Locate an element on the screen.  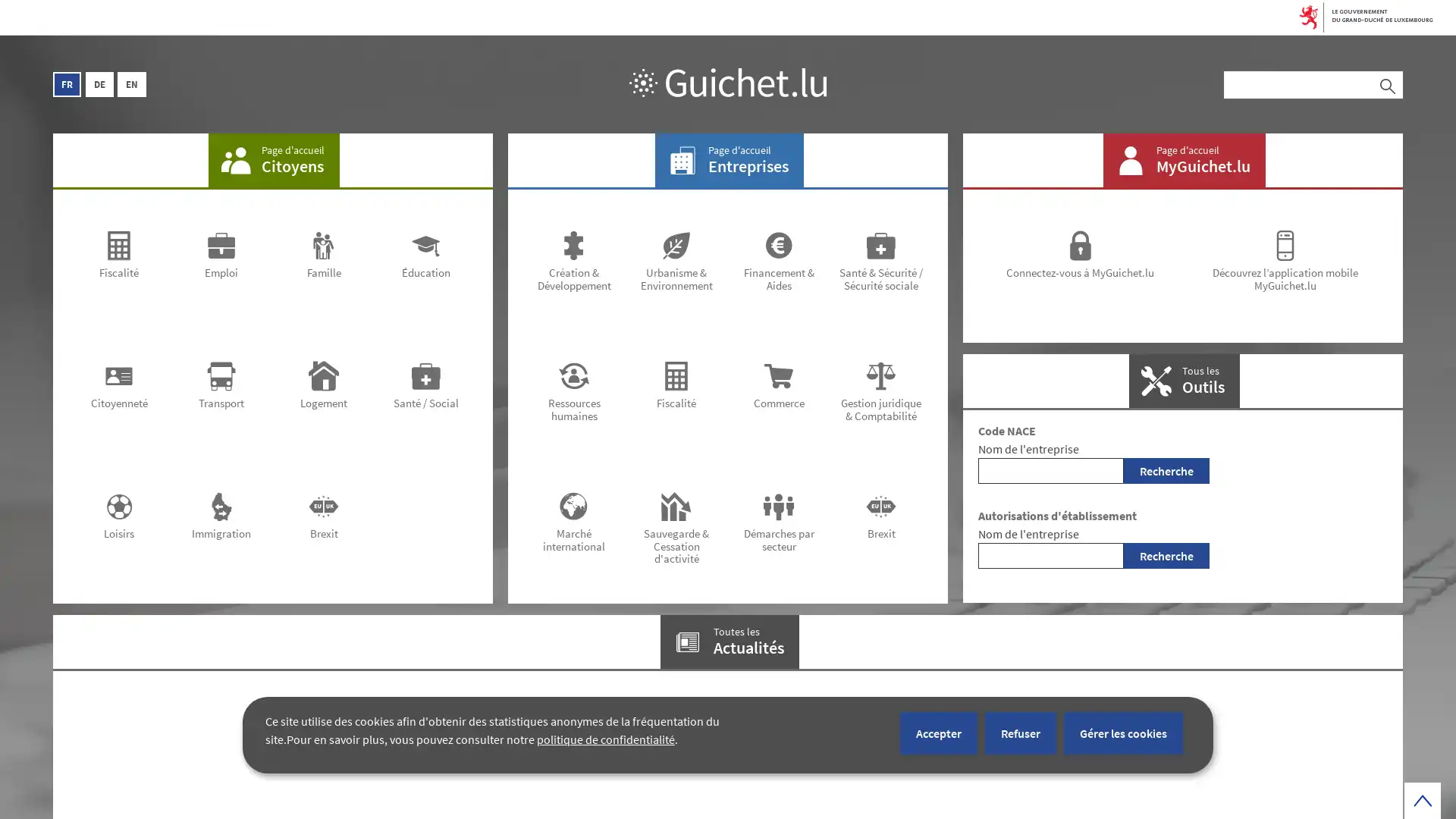
Rechercher is located at coordinates (1386, 84).